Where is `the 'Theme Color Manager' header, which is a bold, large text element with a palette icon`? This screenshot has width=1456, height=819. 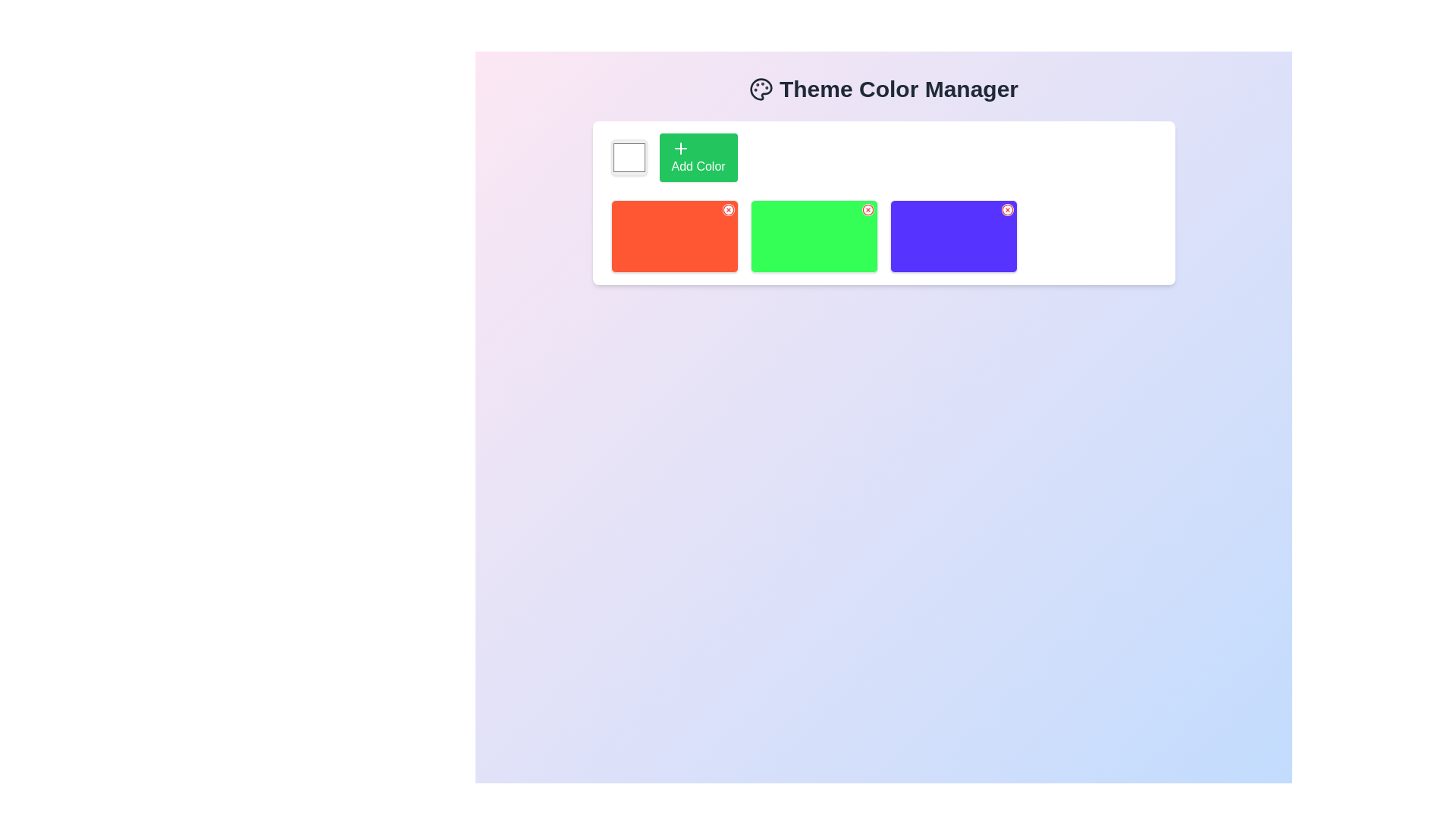
the 'Theme Color Manager' header, which is a bold, large text element with a palette icon is located at coordinates (883, 89).